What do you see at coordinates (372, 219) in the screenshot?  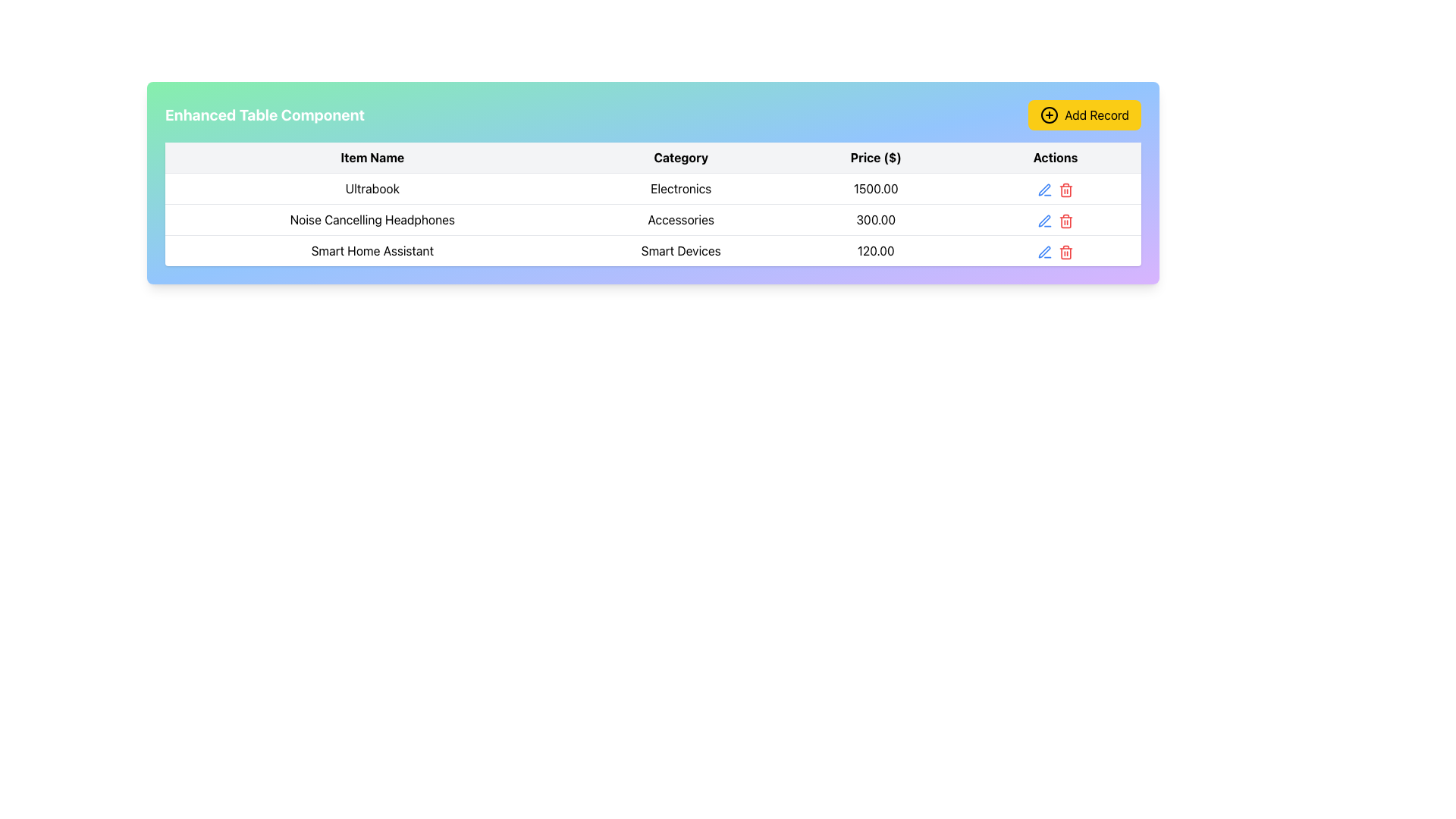 I see `text of the label displaying 'Noise Cancelling Headphones' located under the 'Item Name' column in the second row of the table` at bounding box center [372, 219].